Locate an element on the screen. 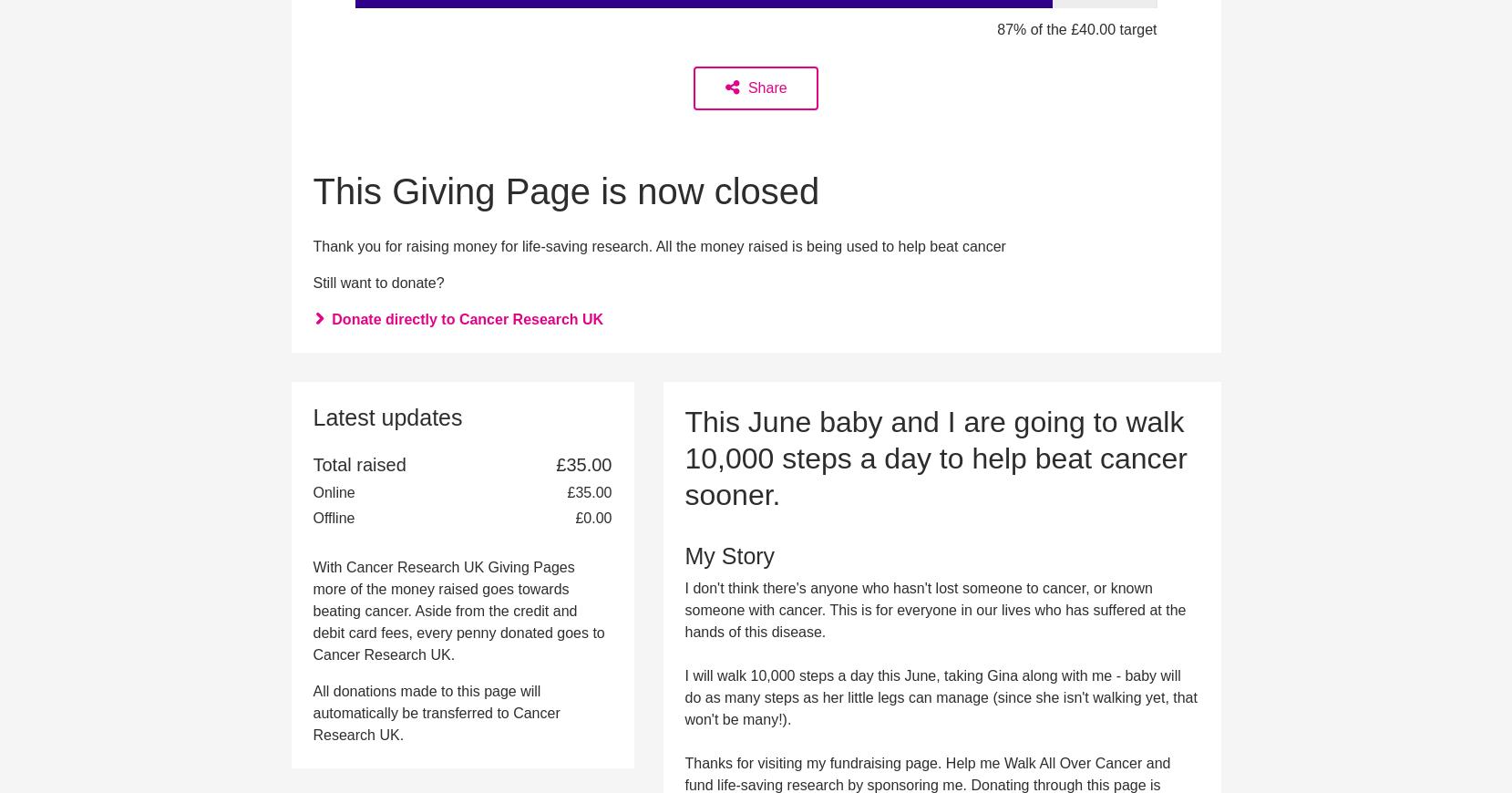 Image resolution: width=1512 pixels, height=793 pixels. 'Still want to donate?' is located at coordinates (312, 282).